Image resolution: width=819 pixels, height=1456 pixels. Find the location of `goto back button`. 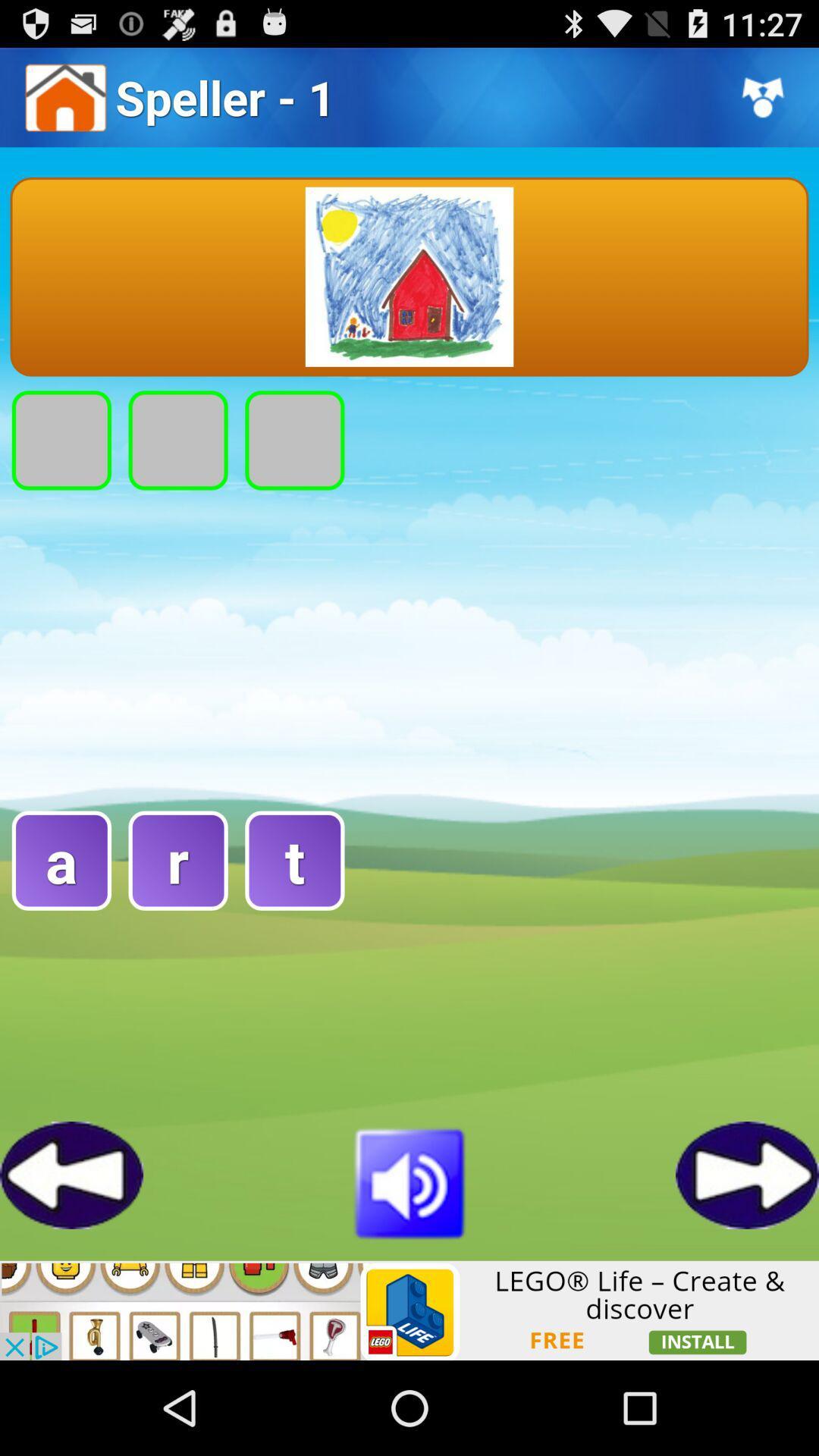

goto back button is located at coordinates (71, 1174).